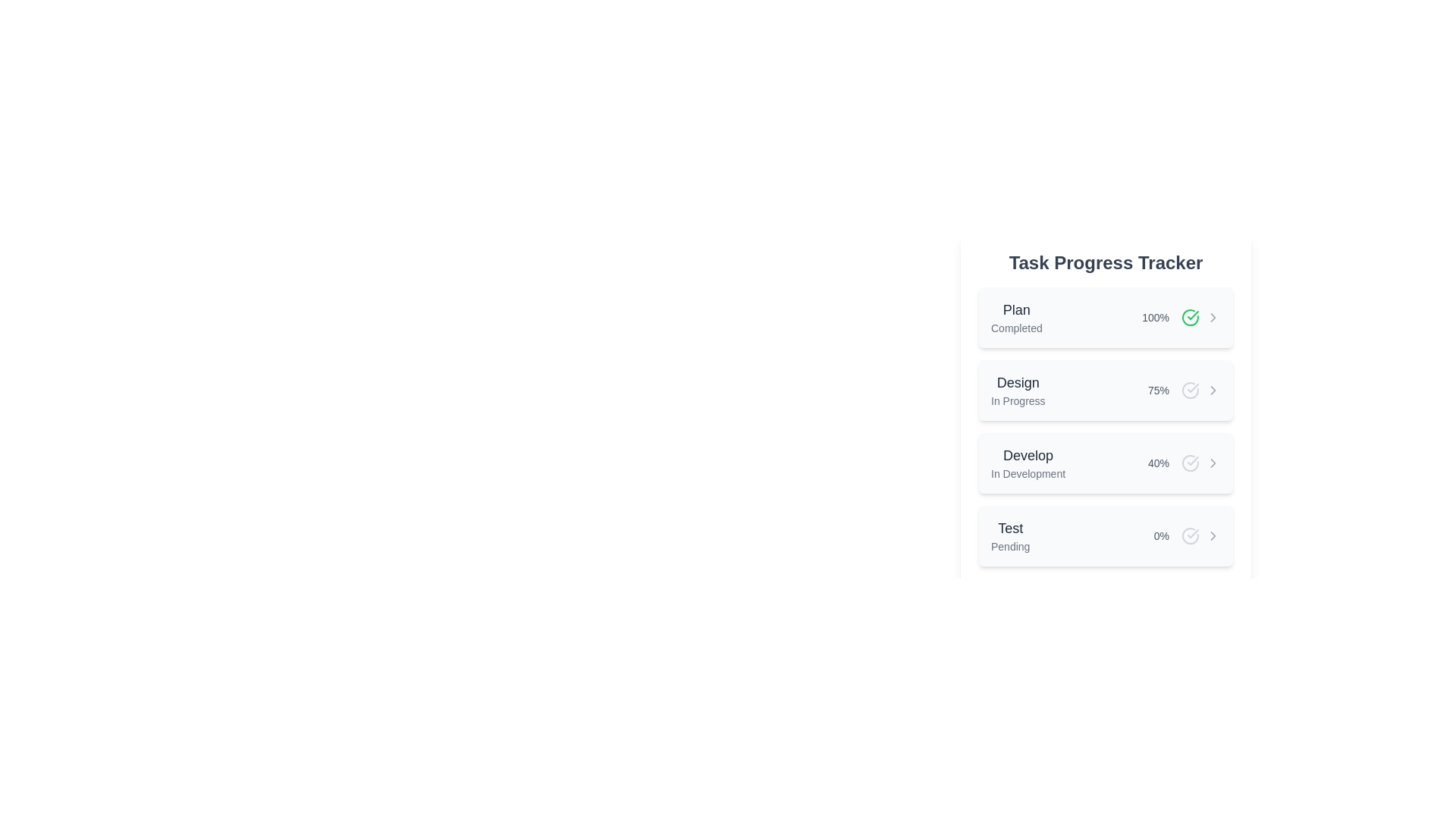  I want to click on the chevron icon located to the right of the '100%' text and green checkmark, indicating navigation or progression, so click(1212, 317).